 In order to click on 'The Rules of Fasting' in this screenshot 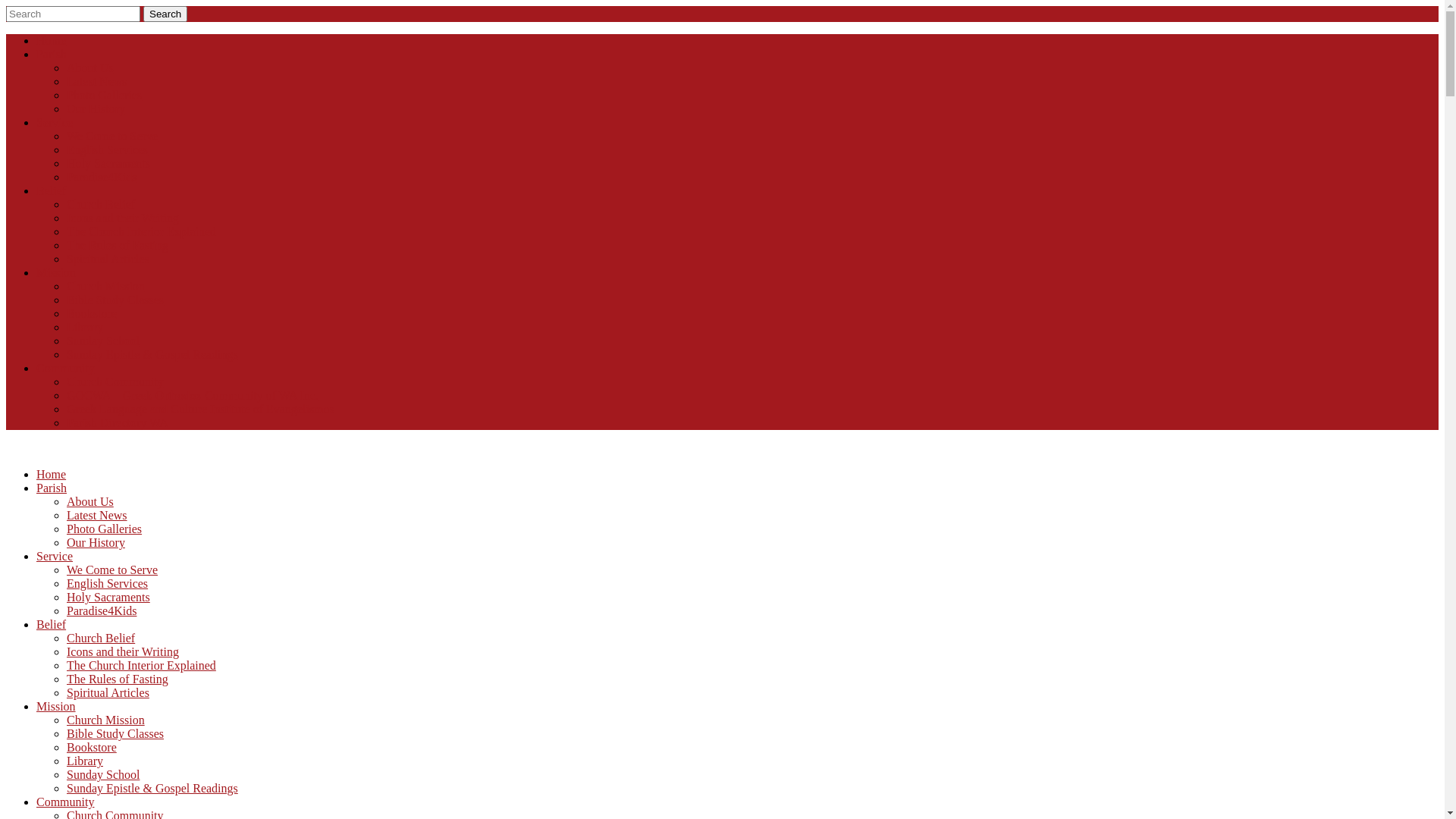, I will do `click(116, 678)`.